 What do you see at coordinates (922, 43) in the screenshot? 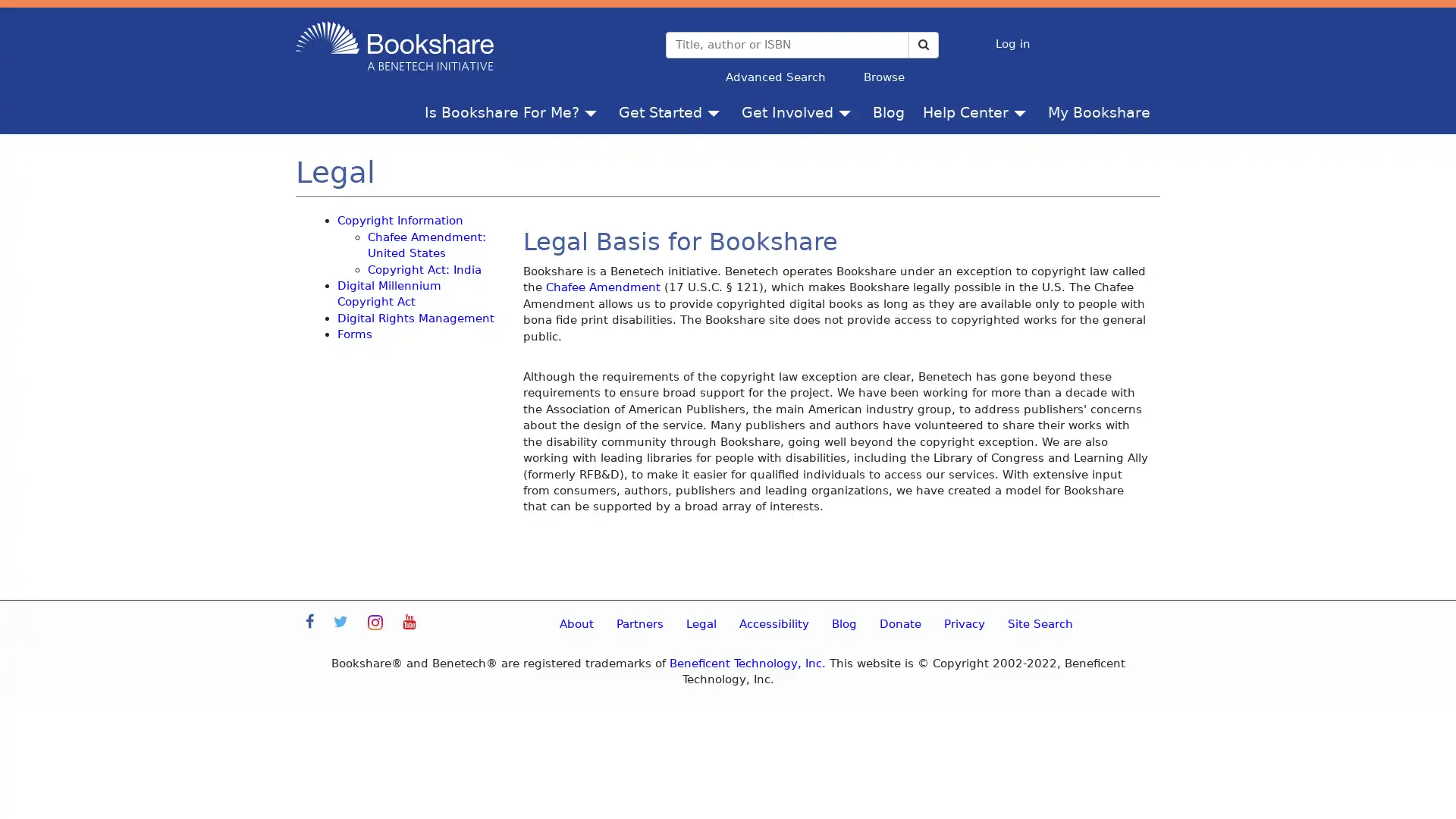
I see `Search` at bounding box center [922, 43].